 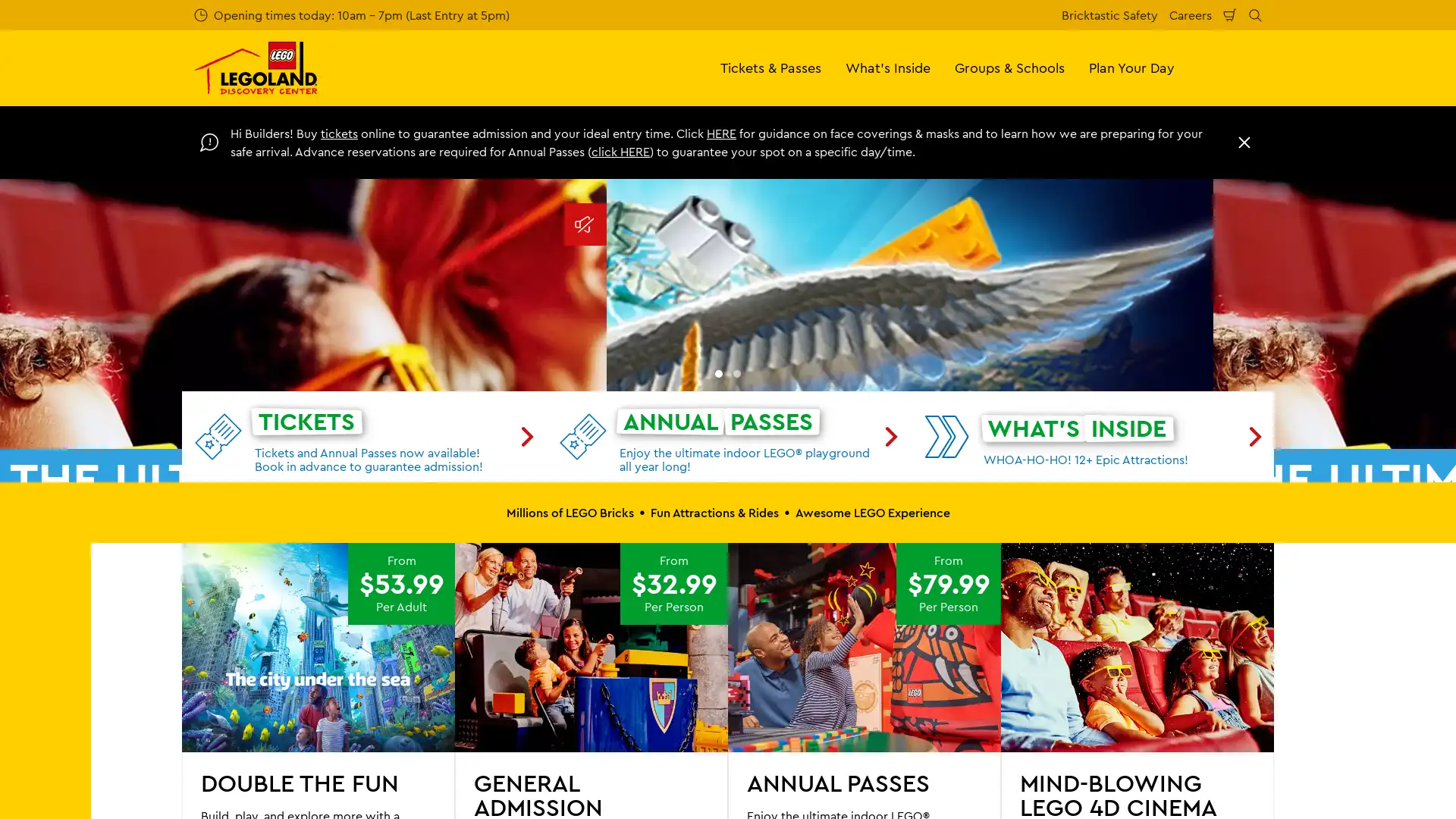 What do you see at coordinates (736, 660) in the screenshot?
I see `Go to slide 2` at bounding box center [736, 660].